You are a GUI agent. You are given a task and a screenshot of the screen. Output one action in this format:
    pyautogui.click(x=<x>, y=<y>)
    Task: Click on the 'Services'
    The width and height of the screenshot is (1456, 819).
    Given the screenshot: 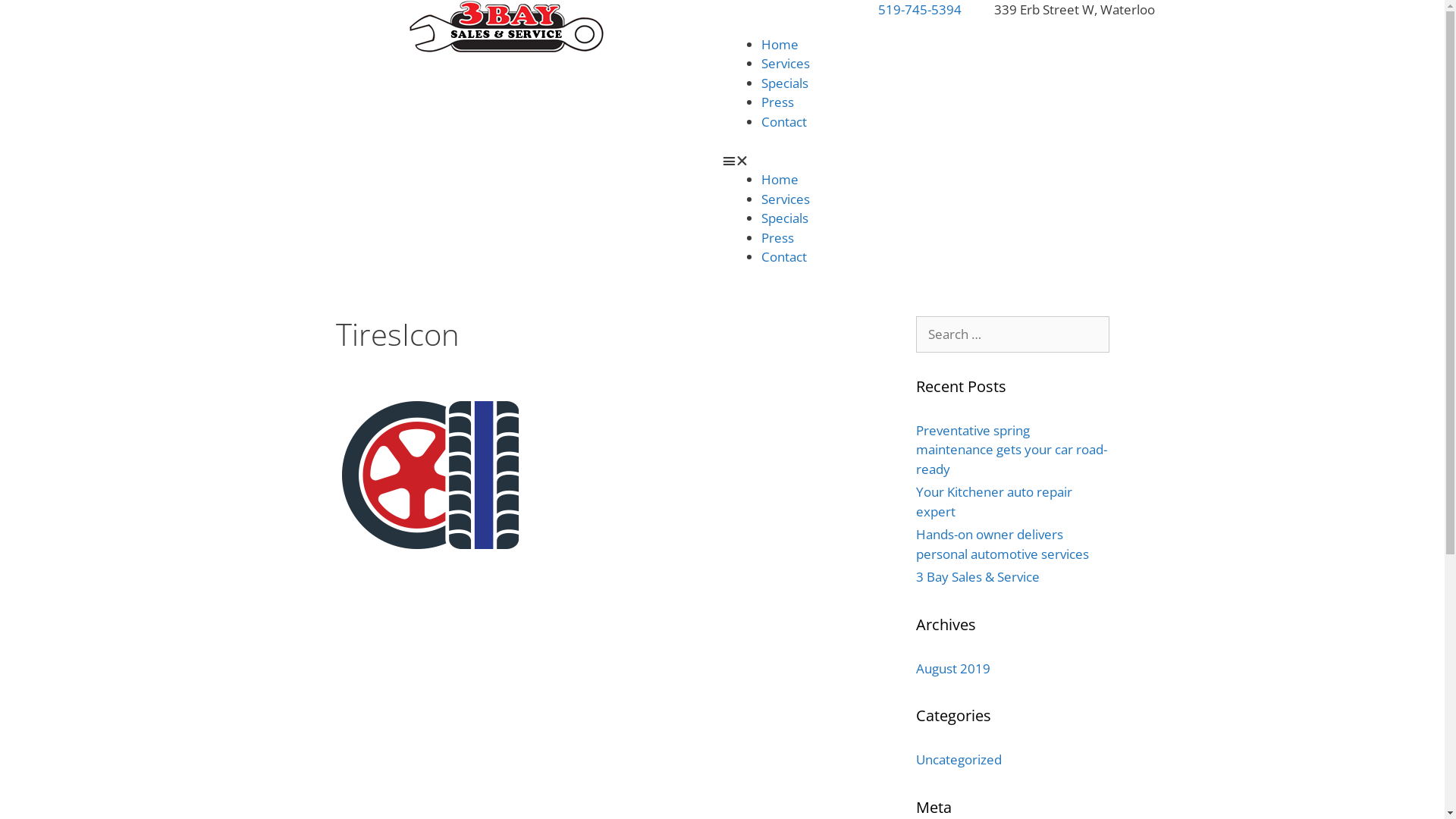 What is the action you would take?
    pyautogui.click(x=786, y=197)
    